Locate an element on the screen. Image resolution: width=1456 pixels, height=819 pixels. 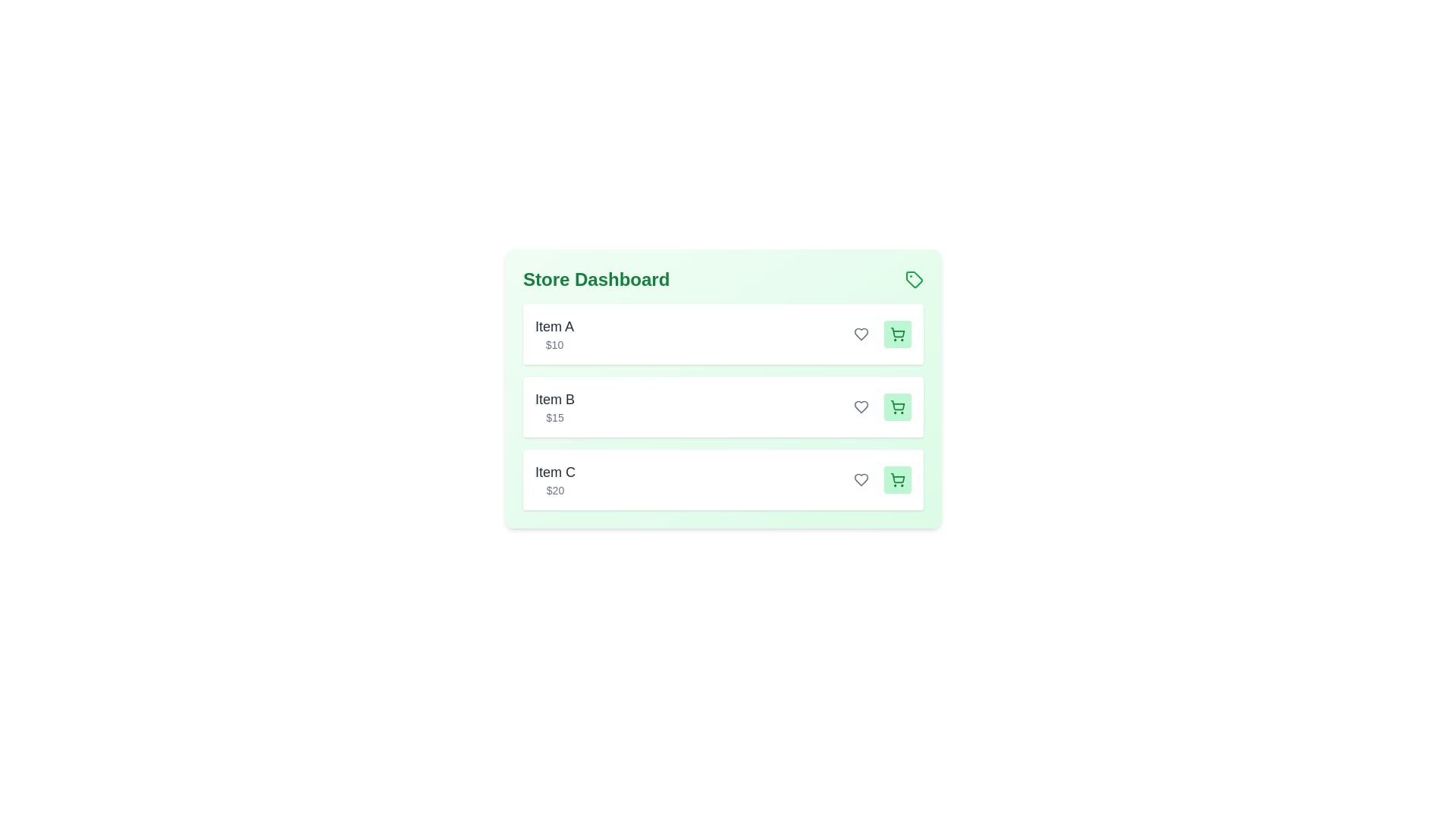
the text label displaying 'Item C' priced at $20, located within the third card under the 'Store Dashboard' heading is located at coordinates (554, 479).